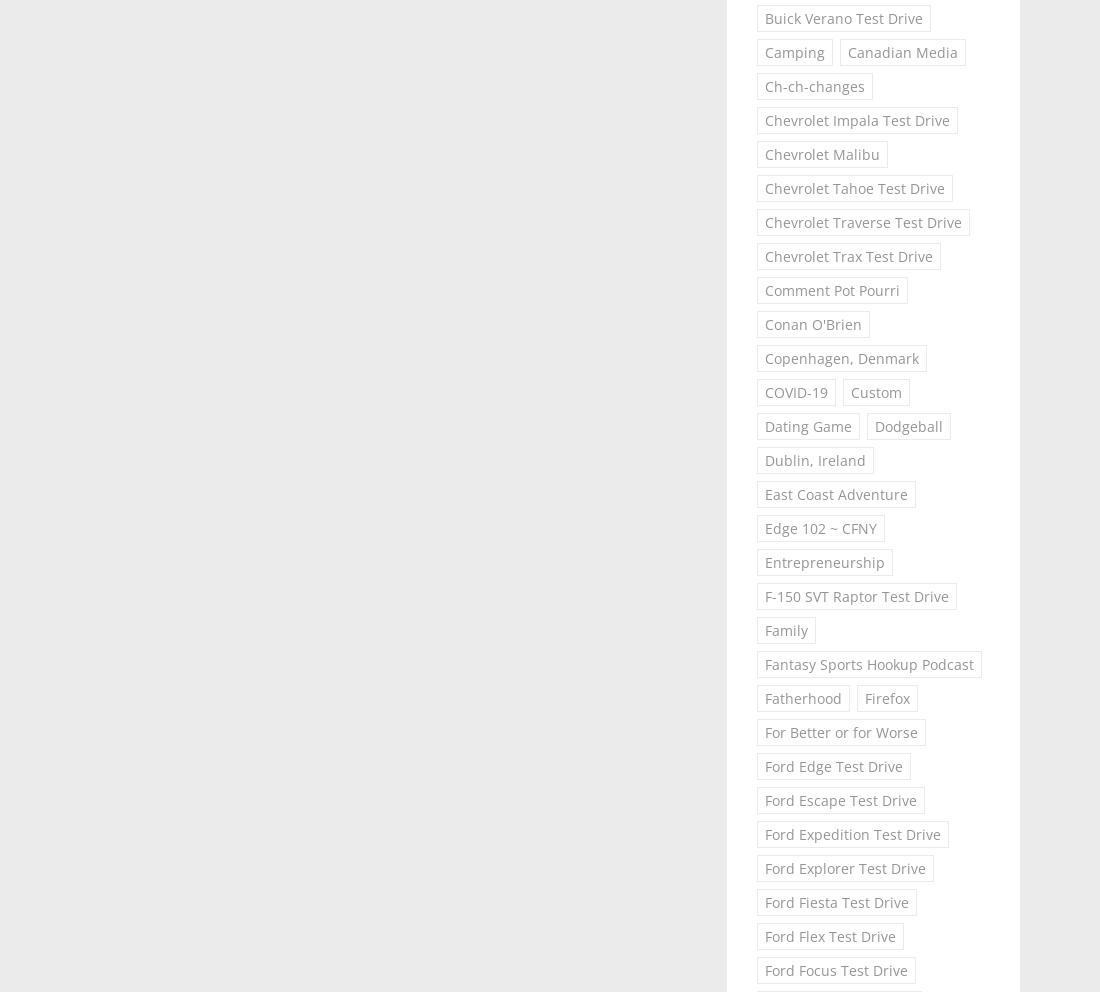 Image resolution: width=1100 pixels, height=992 pixels. What do you see at coordinates (839, 357) in the screenshot?
I see `'Copenhagen, Denmark'` at bounding box center [839, 357].